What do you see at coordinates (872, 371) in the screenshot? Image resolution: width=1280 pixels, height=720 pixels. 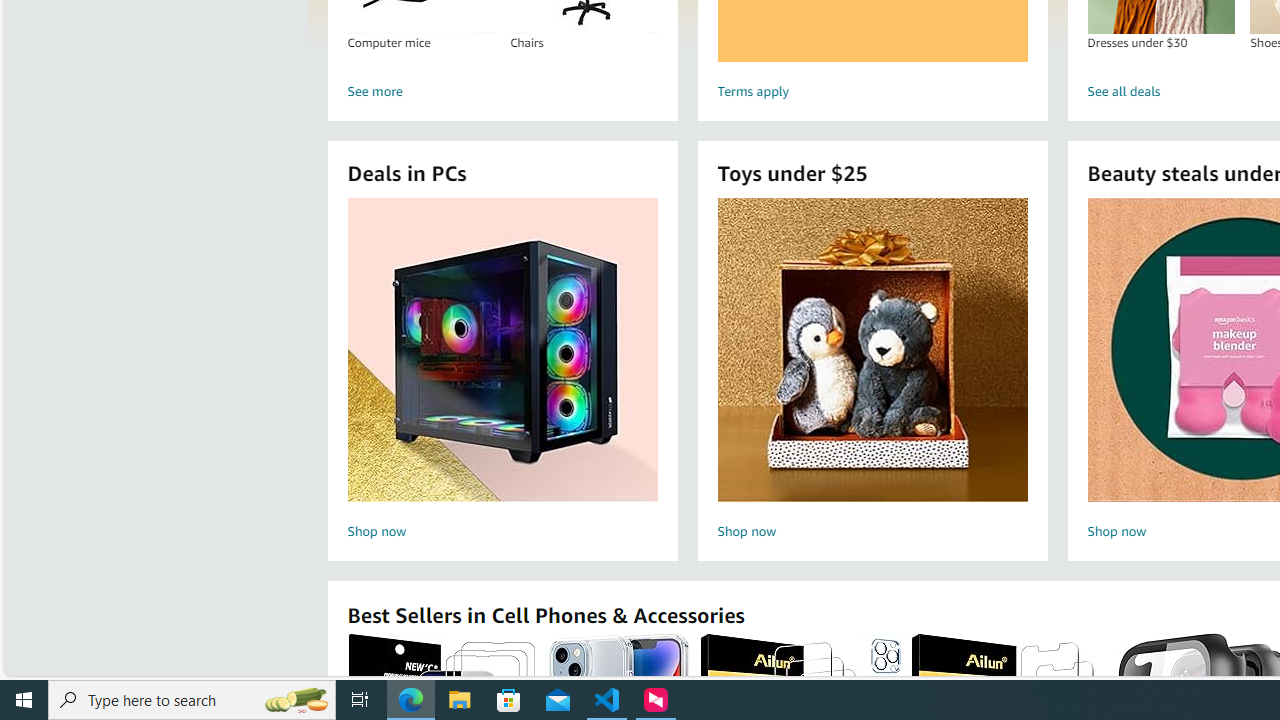 I see `'Toys under $25 Shop now'` at bounding box center [872, 371].